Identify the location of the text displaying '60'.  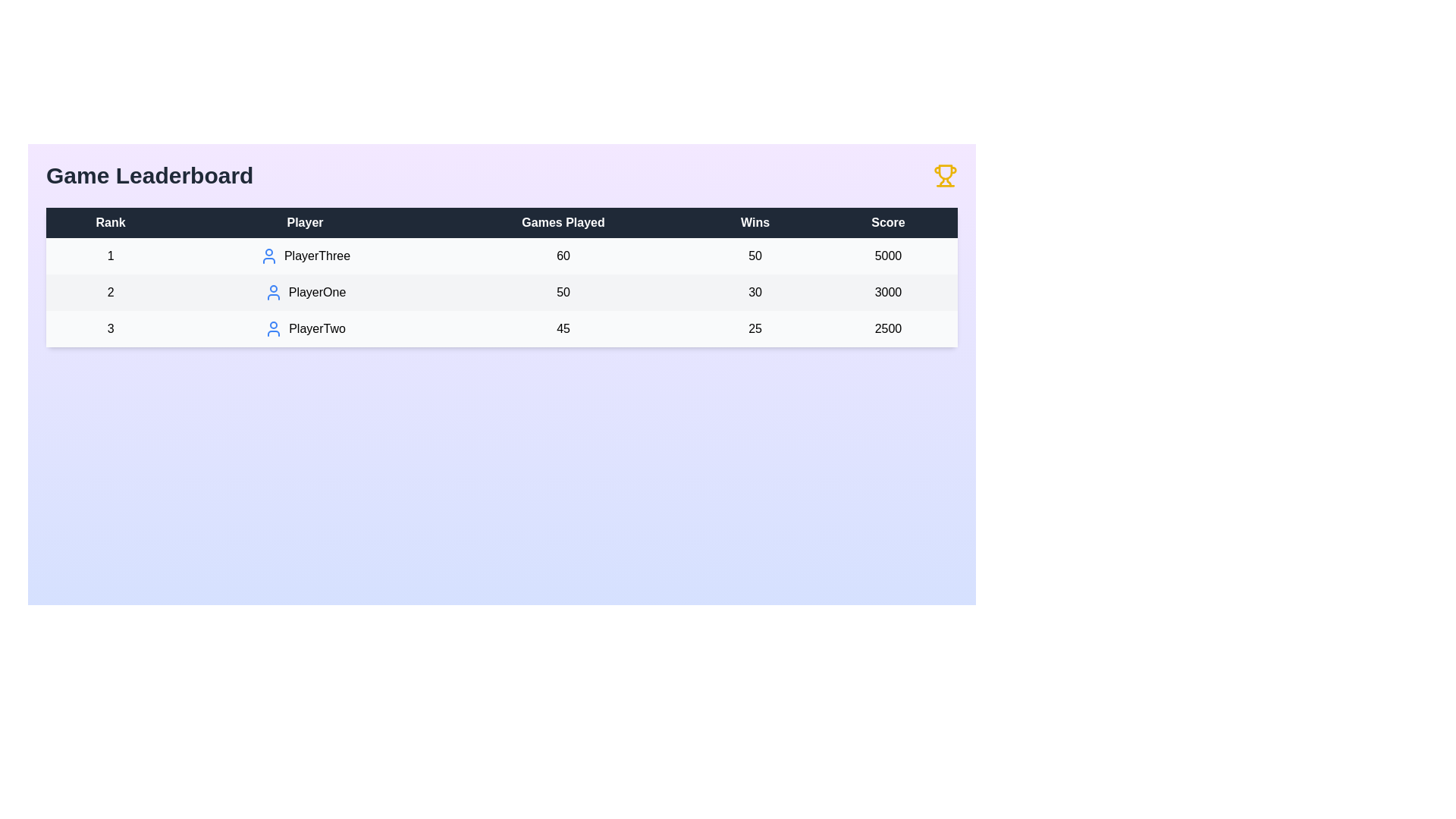
(563, 256).